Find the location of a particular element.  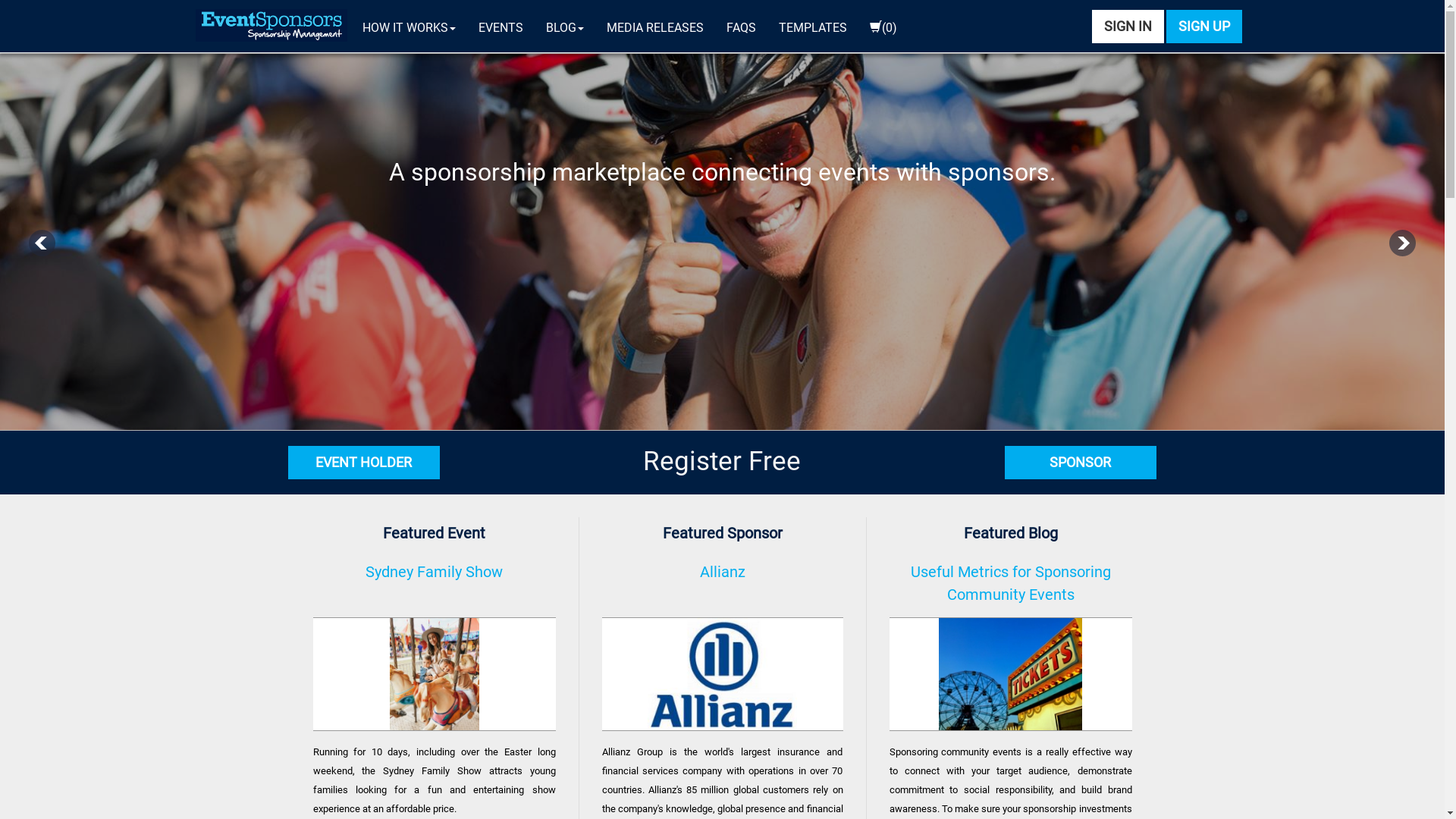

'MEDIA RELEASES' is located at coordinates (654, 28).